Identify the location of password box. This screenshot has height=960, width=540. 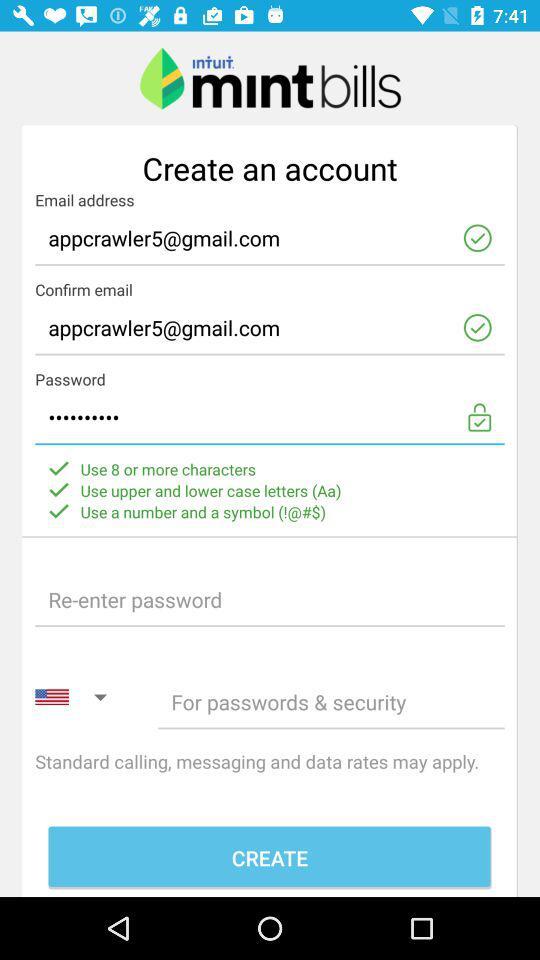
(270, 599).